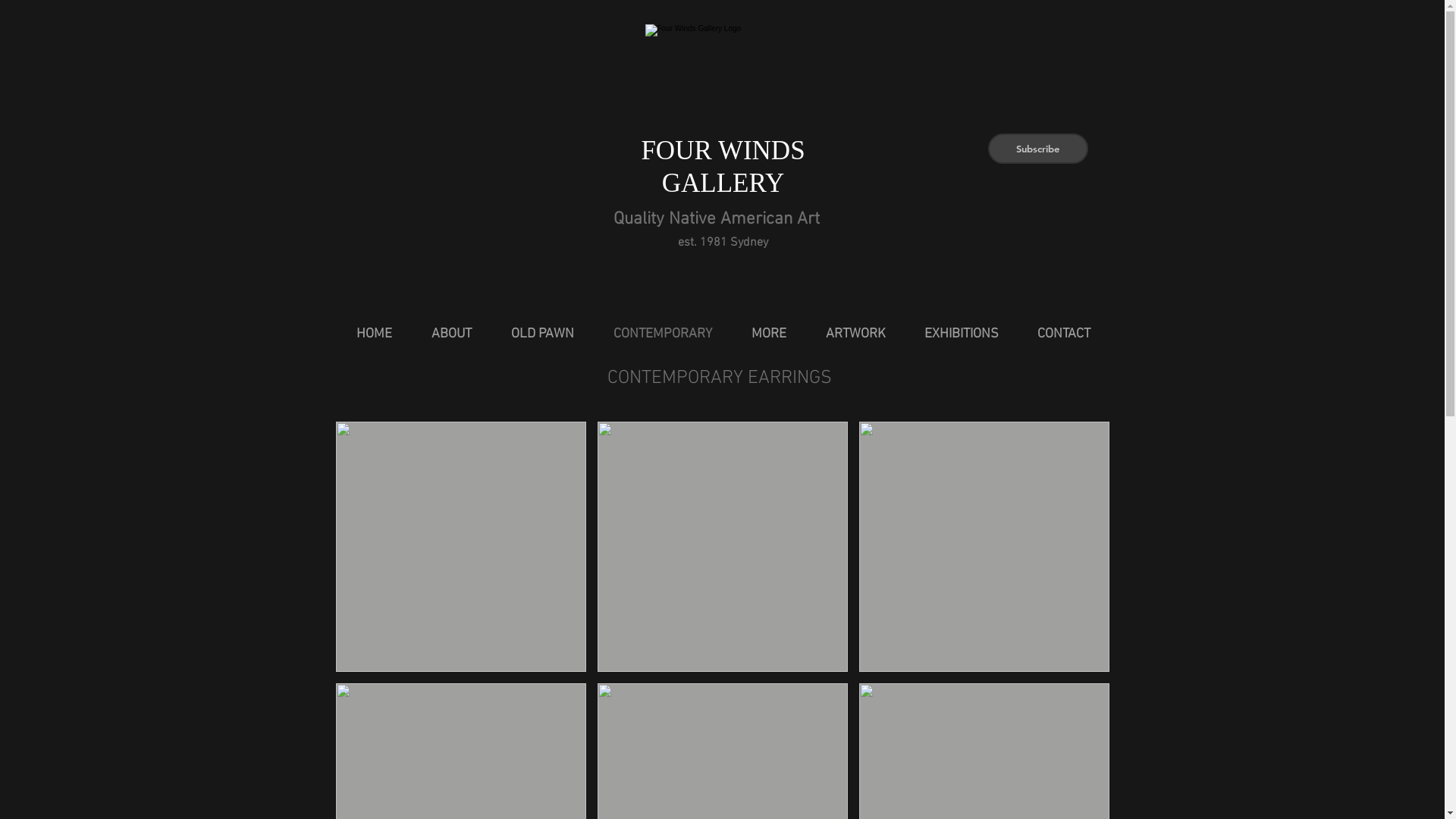 This screenshot has width=1456, height=819. I want to click on 'CONTACT', so click(1062, 333).